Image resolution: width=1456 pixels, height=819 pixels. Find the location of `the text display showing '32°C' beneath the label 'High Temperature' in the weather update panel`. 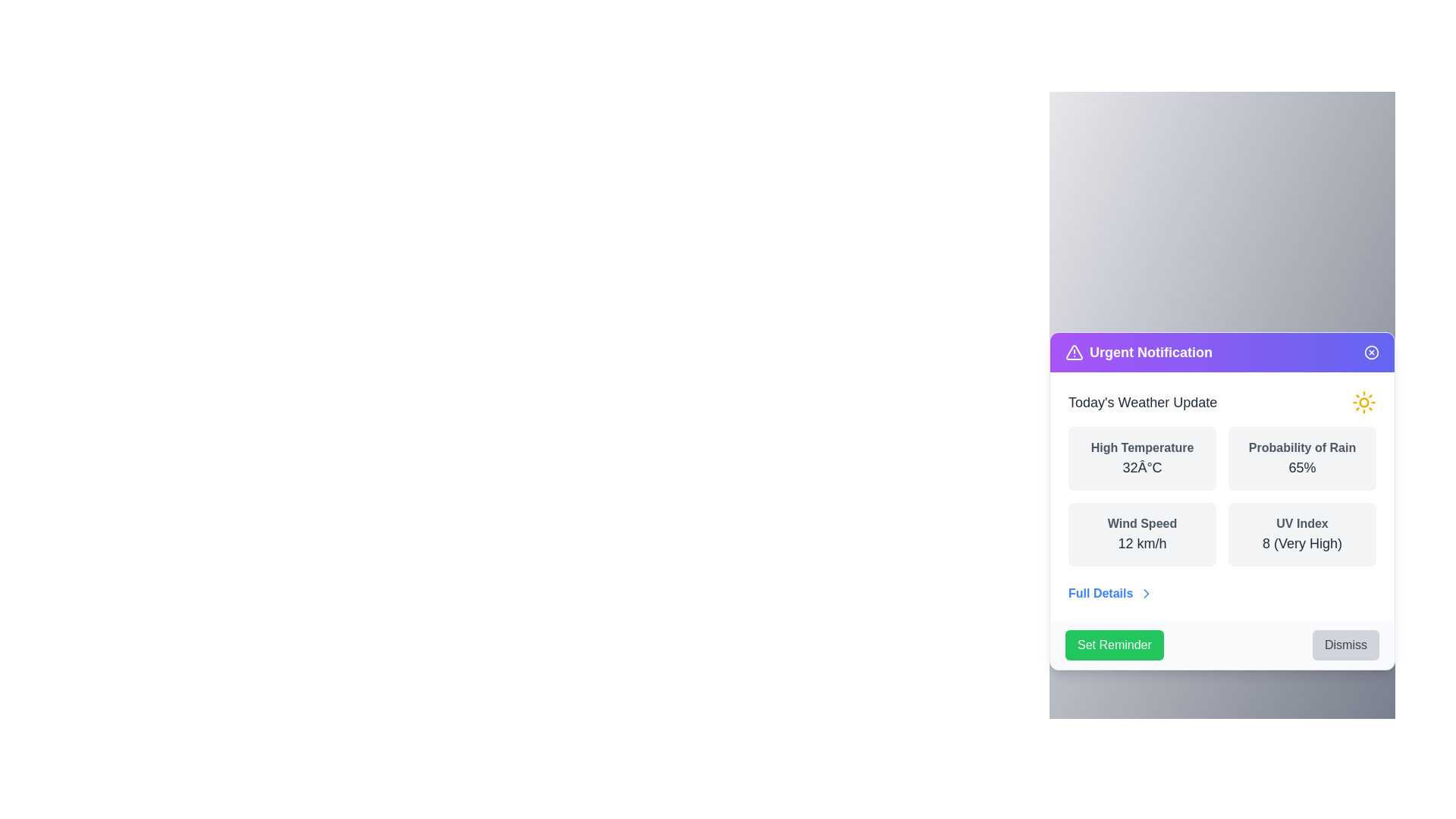

the text display showing '32°C' beneath the label 'High Temperature' in the weather update panel is located at coordinates (1142, 467).